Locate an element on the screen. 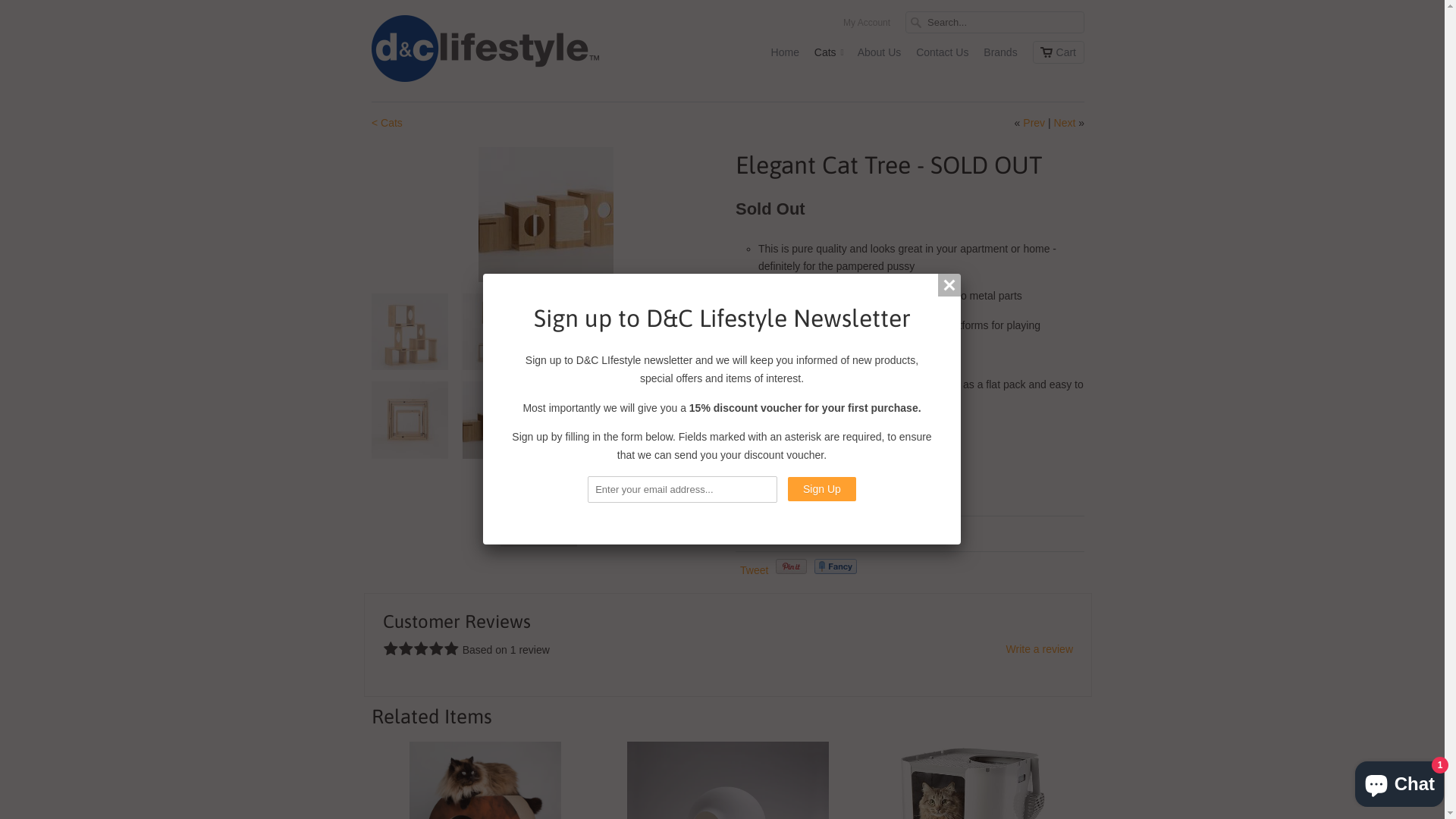 This screenshot has width=1456, height=819. 'Contact Us' is located at coordinates (941, 55).